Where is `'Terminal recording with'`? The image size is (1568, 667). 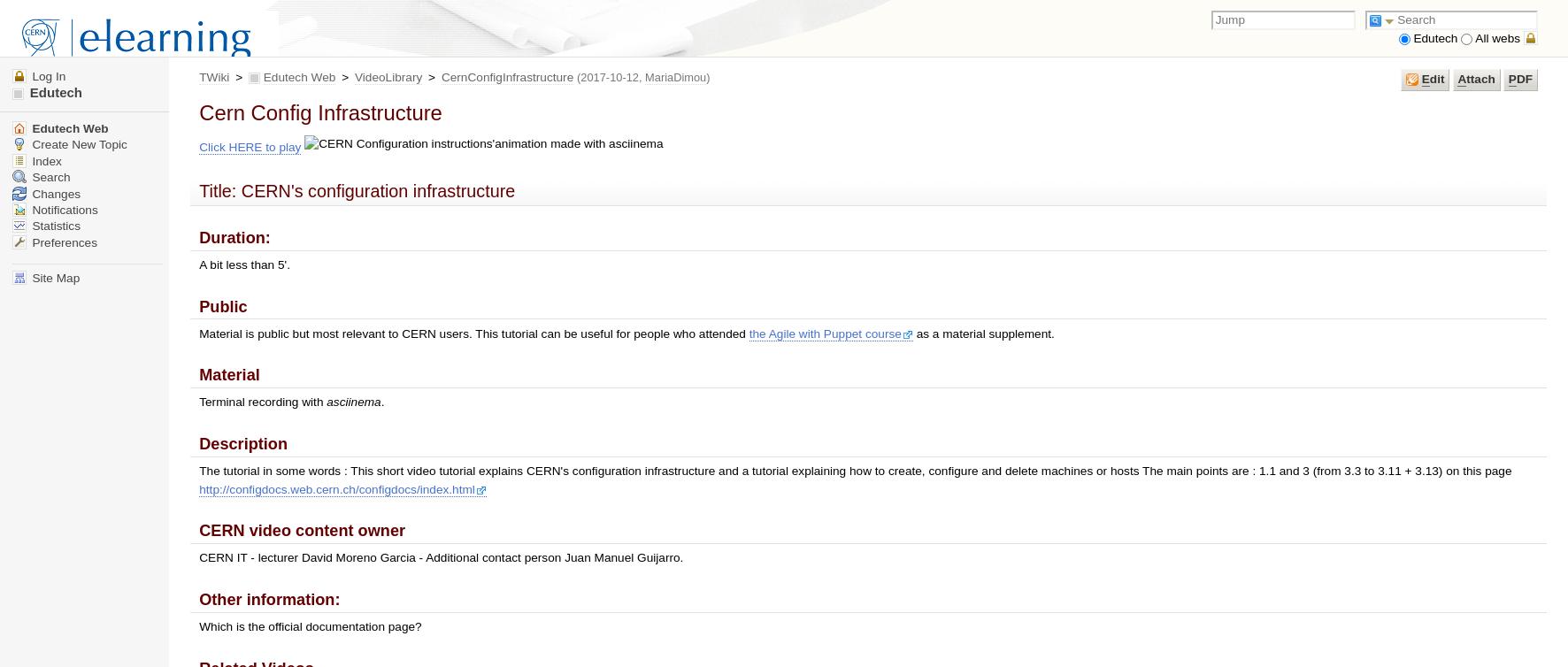
'Terminal recording with' is located at coordinates (261, 402).